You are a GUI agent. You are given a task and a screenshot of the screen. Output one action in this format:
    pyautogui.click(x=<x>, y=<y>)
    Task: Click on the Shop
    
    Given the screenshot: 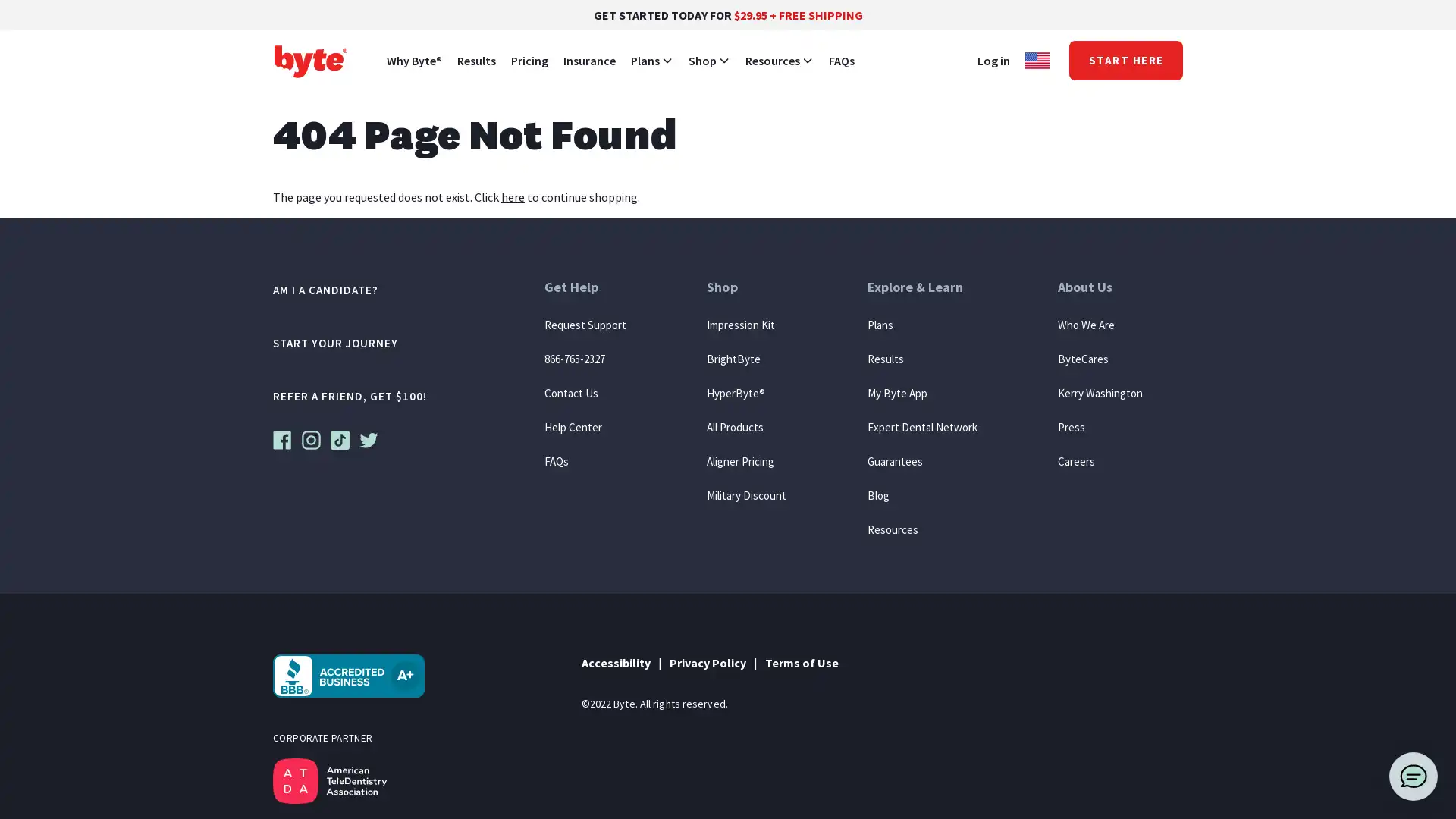 What is the action you would take?
    pyautogui.click(x=746, y=296)
    